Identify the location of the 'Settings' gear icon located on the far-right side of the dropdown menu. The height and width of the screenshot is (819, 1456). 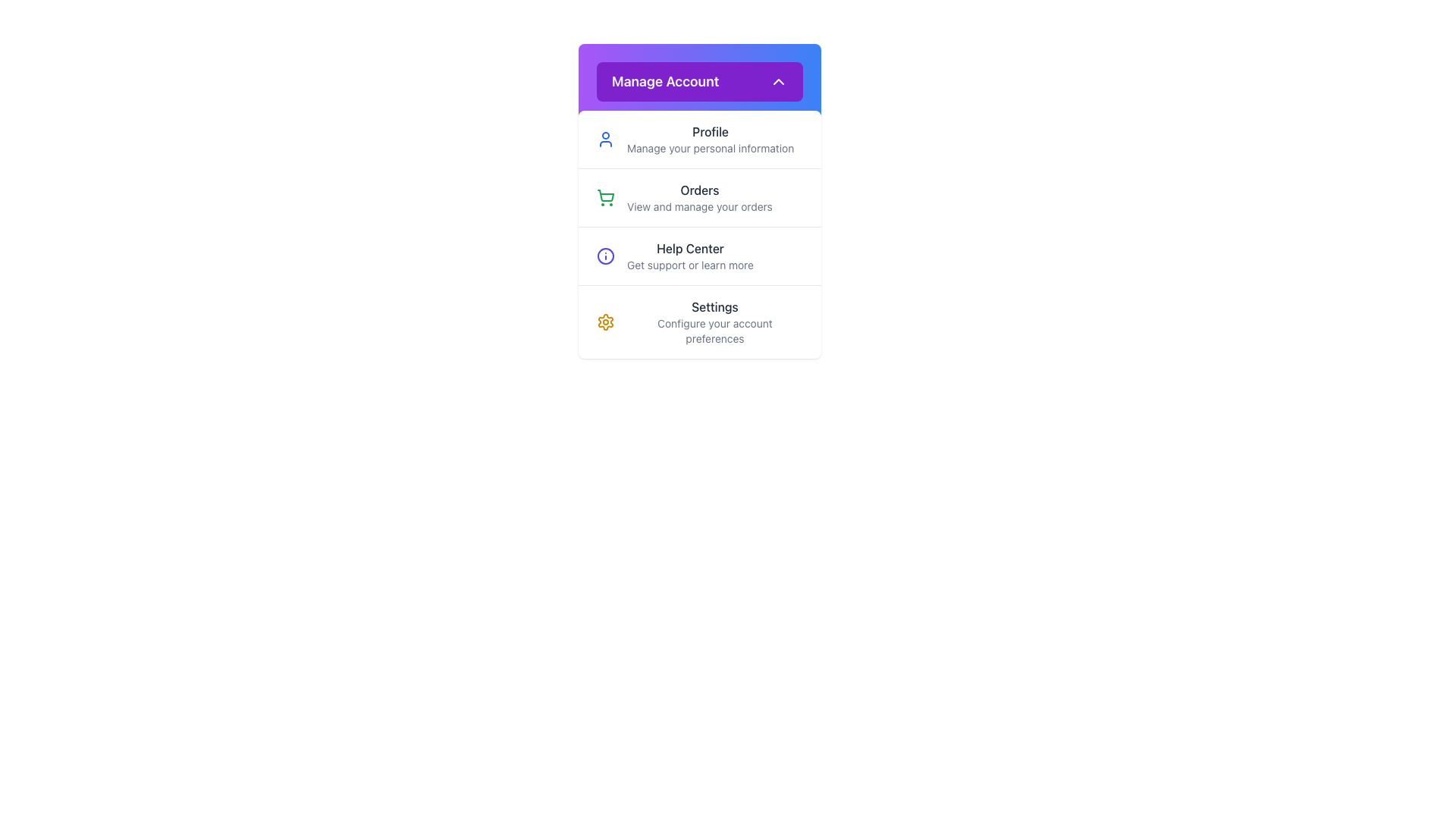
(604, 321).